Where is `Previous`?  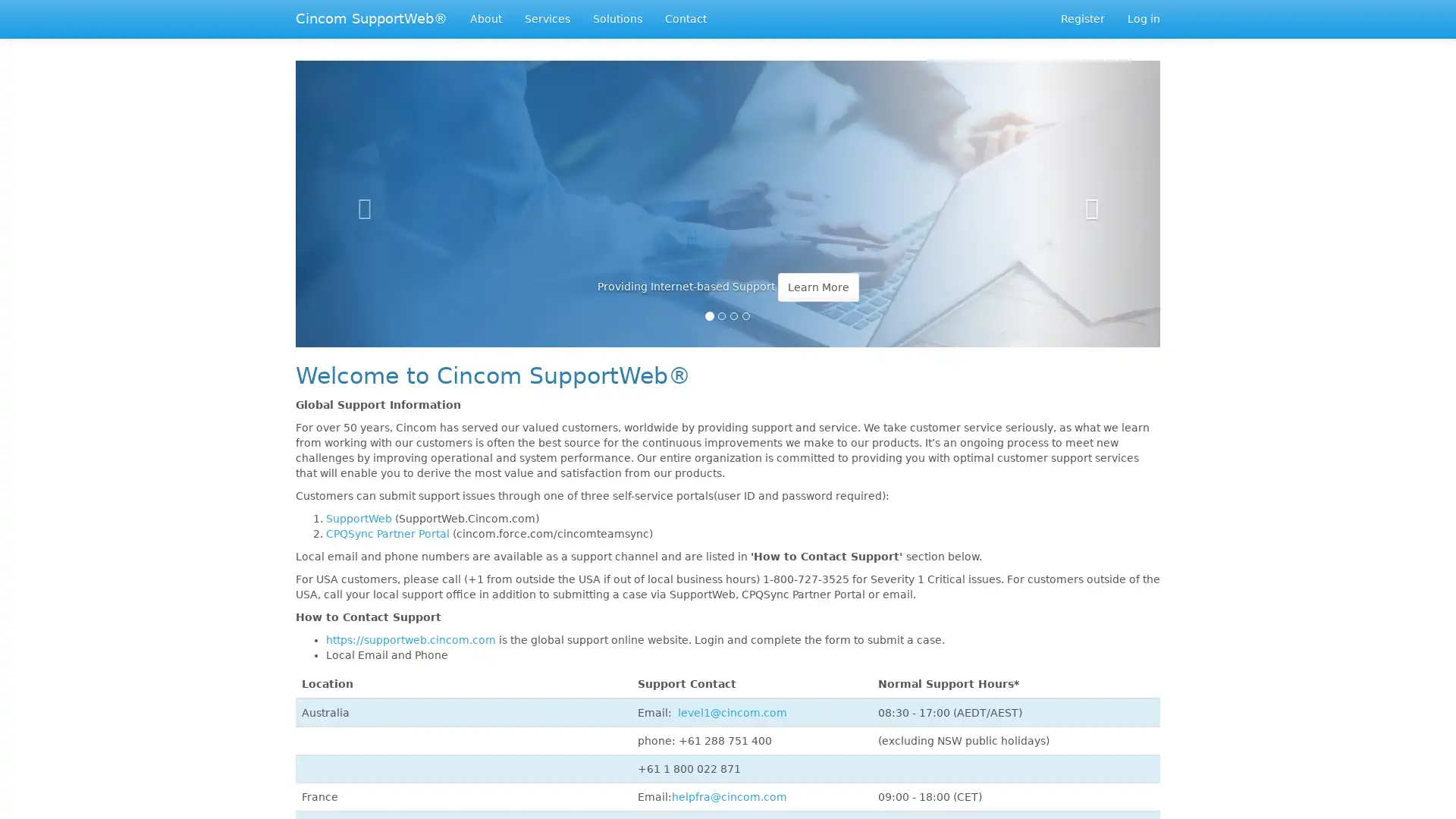
Previous is located at coordinates (359, 203).